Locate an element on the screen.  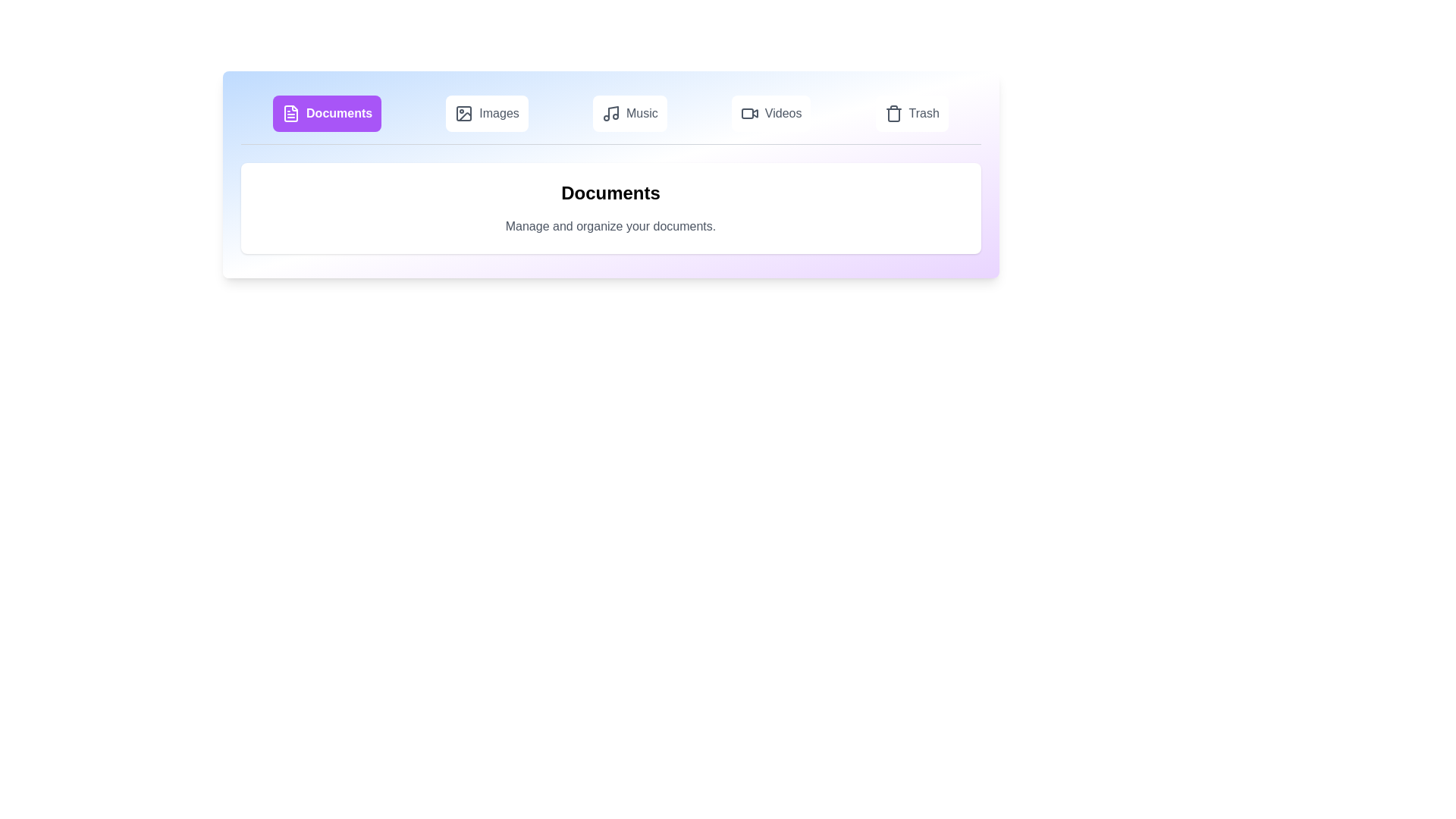
the tab labeled Images to preview its effect is located at coordinates (487, 113).